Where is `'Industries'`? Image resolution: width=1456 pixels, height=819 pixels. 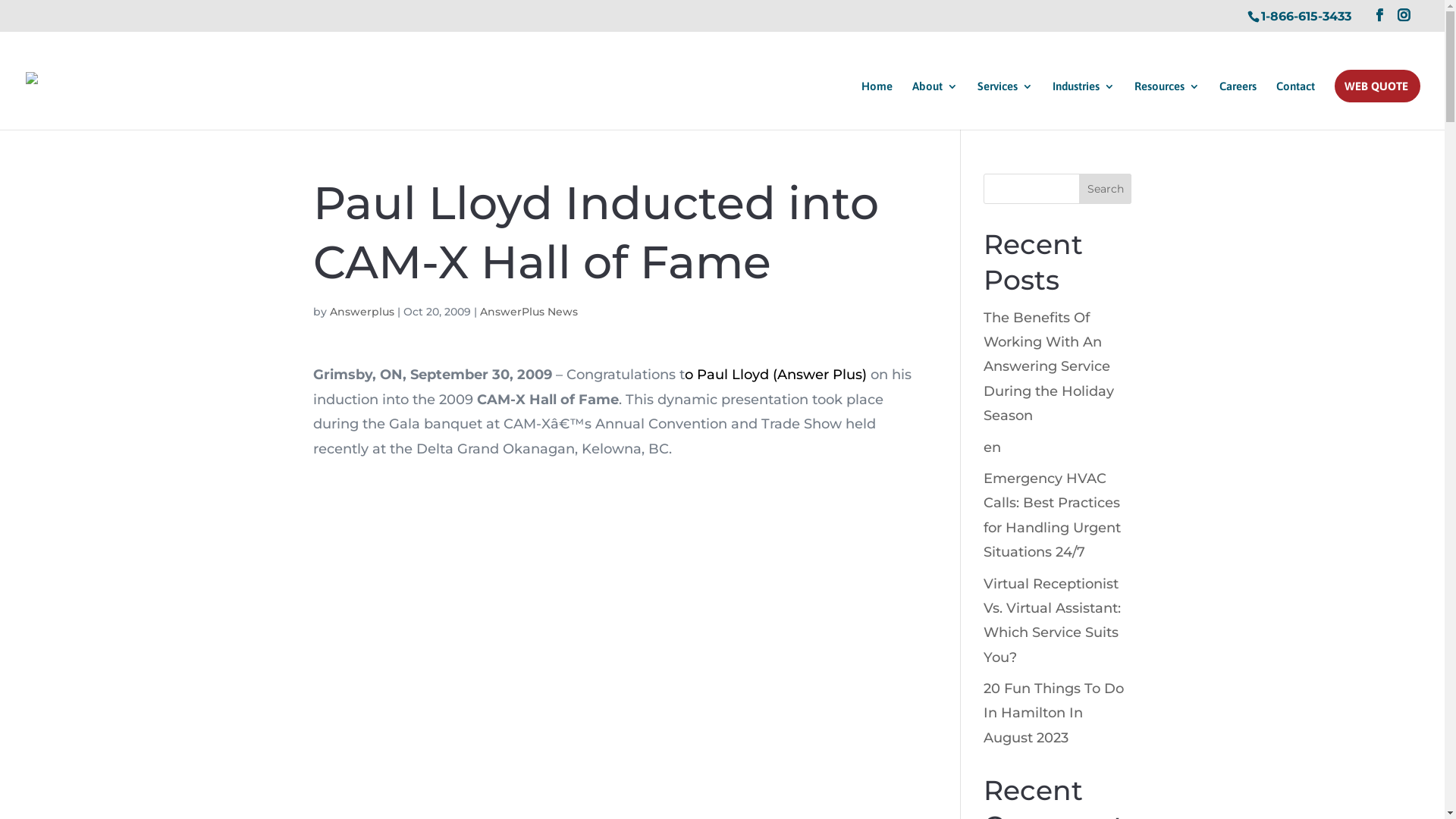
'Industries' is located at coordinates (1083, 104).